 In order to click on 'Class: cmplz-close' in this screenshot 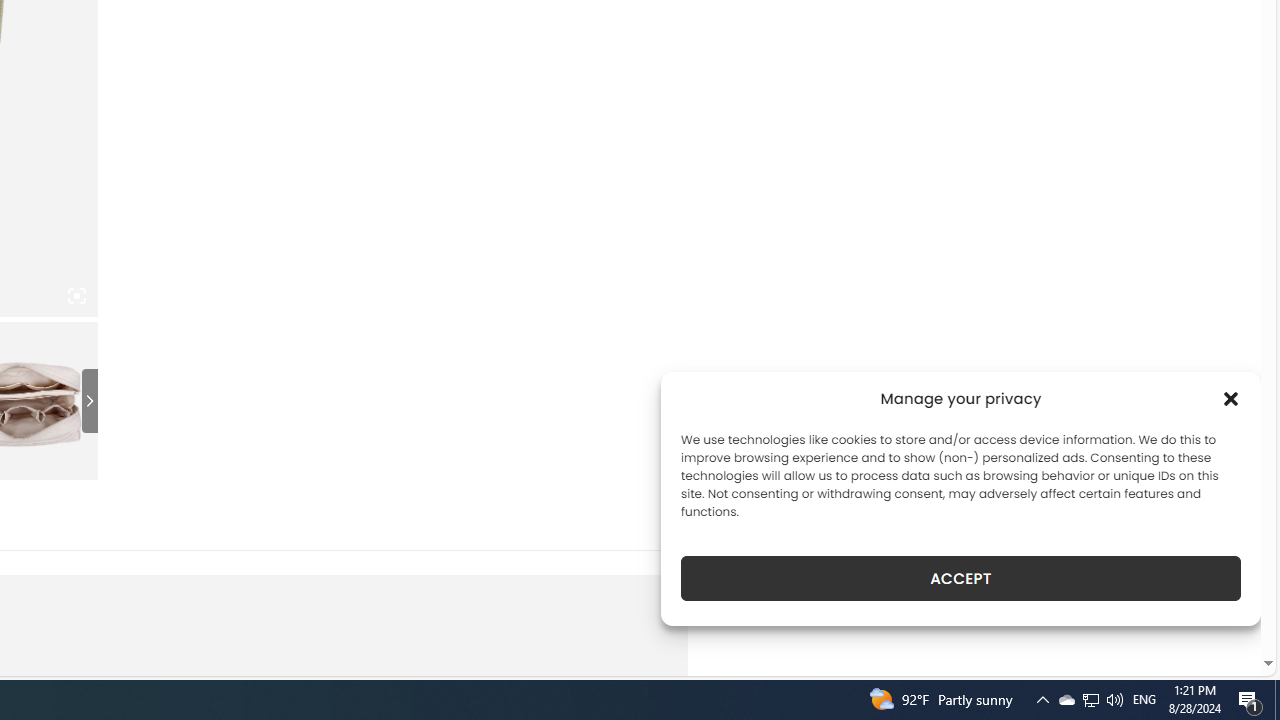, I will do `click(1230, 398)`.